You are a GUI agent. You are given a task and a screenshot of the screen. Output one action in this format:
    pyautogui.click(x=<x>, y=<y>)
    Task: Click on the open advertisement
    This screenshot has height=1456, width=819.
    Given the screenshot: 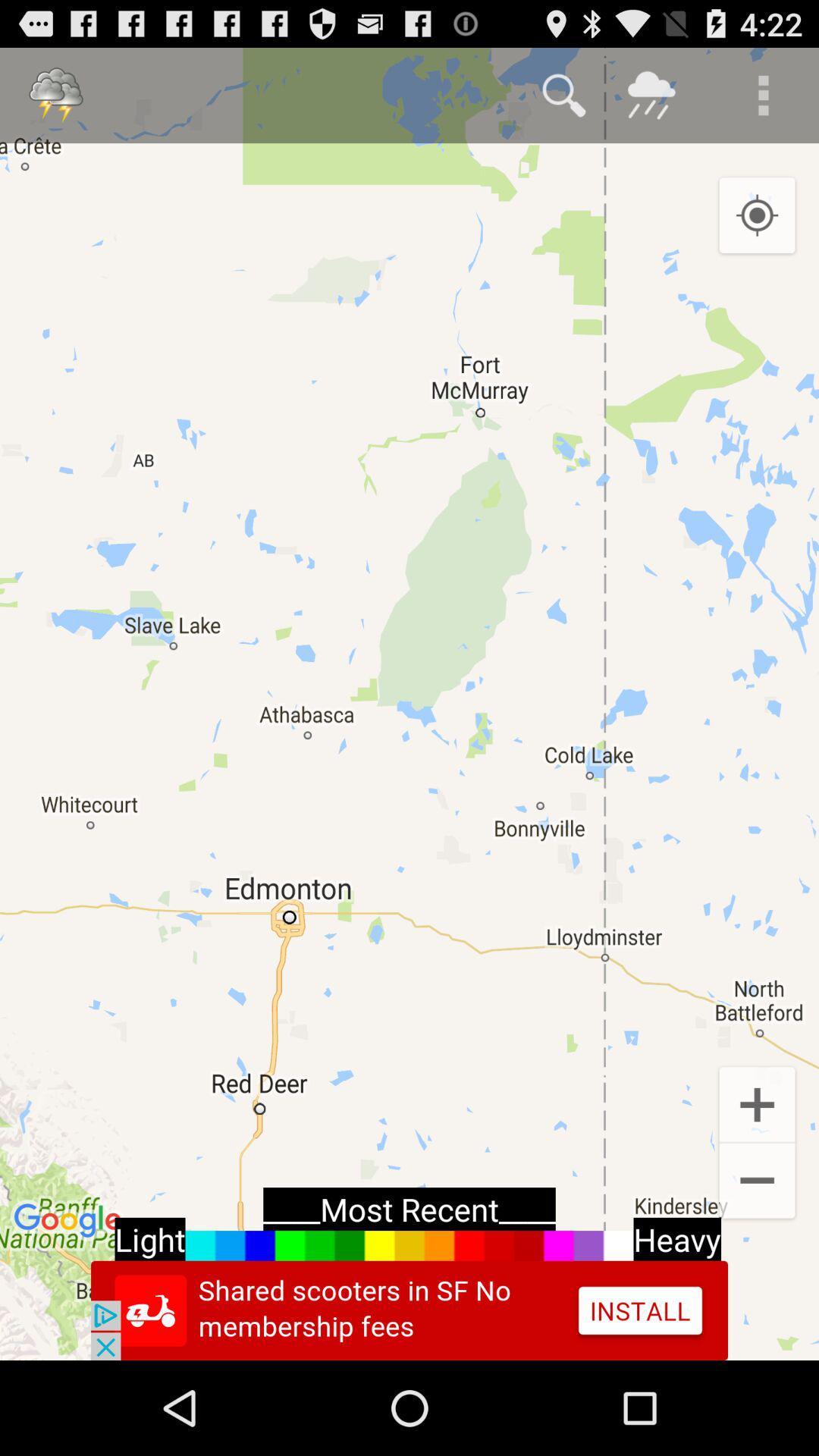 What is the action you would take?
    pyautogui.click(x=409, y=1310)
    